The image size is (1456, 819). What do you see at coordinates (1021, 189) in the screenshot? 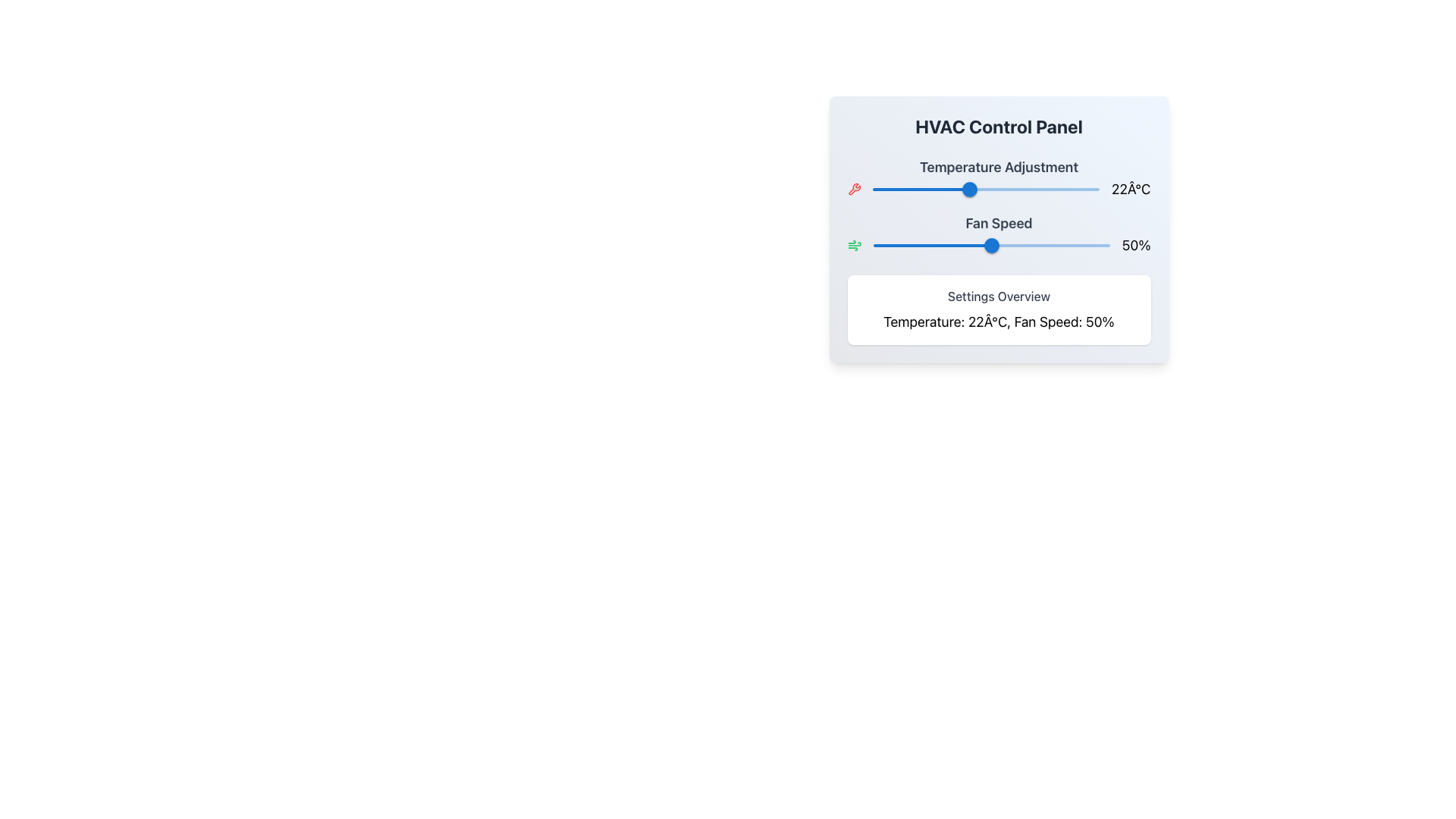
I see `the temperature` at bounding box center [1021, 189].